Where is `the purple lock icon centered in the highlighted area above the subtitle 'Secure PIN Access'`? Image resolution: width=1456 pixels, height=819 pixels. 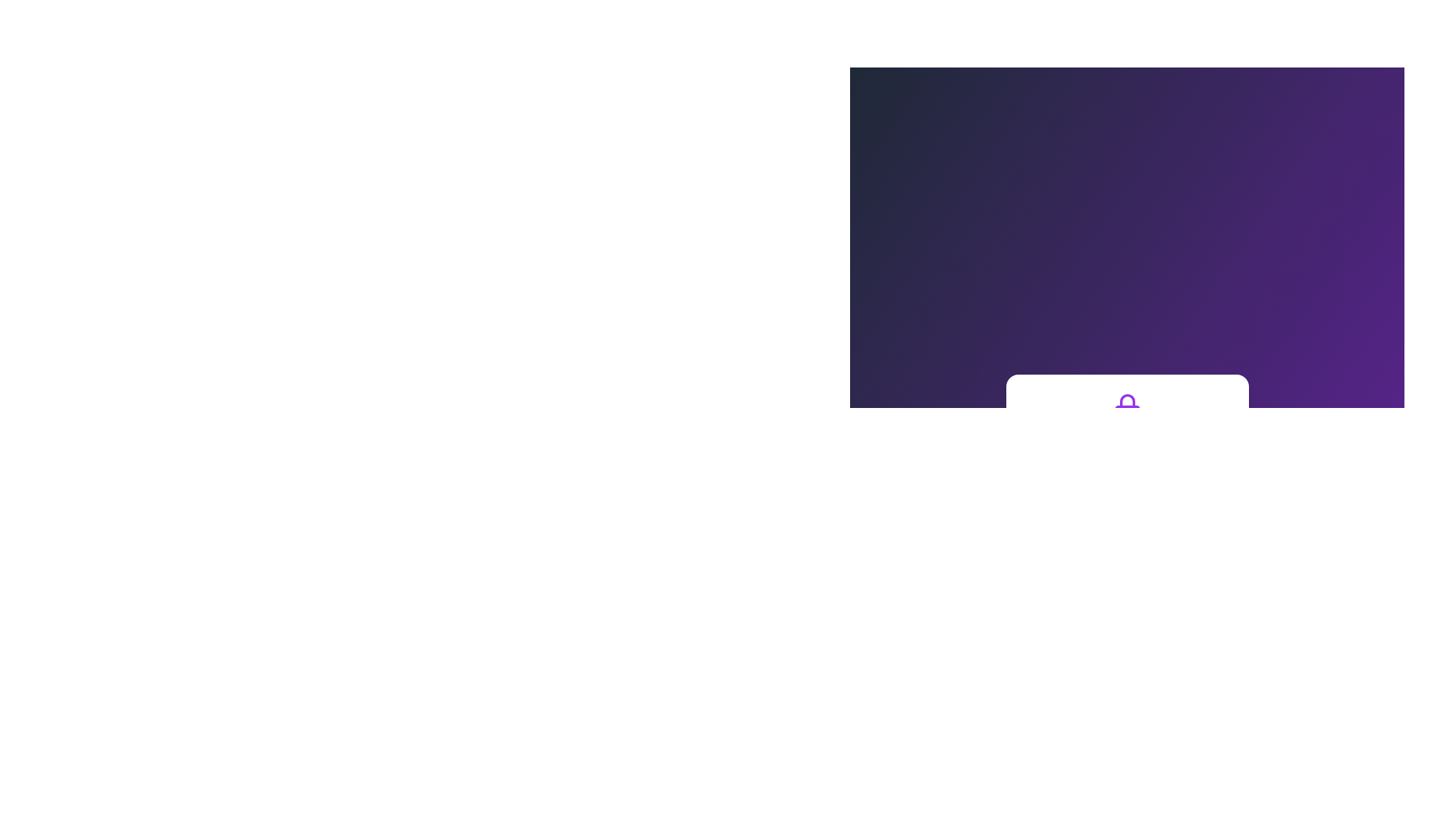 the purple lock icon centered in the highlighted area above the subtitle 'Secure PIN Access' is located at coordinates (1127, 406).